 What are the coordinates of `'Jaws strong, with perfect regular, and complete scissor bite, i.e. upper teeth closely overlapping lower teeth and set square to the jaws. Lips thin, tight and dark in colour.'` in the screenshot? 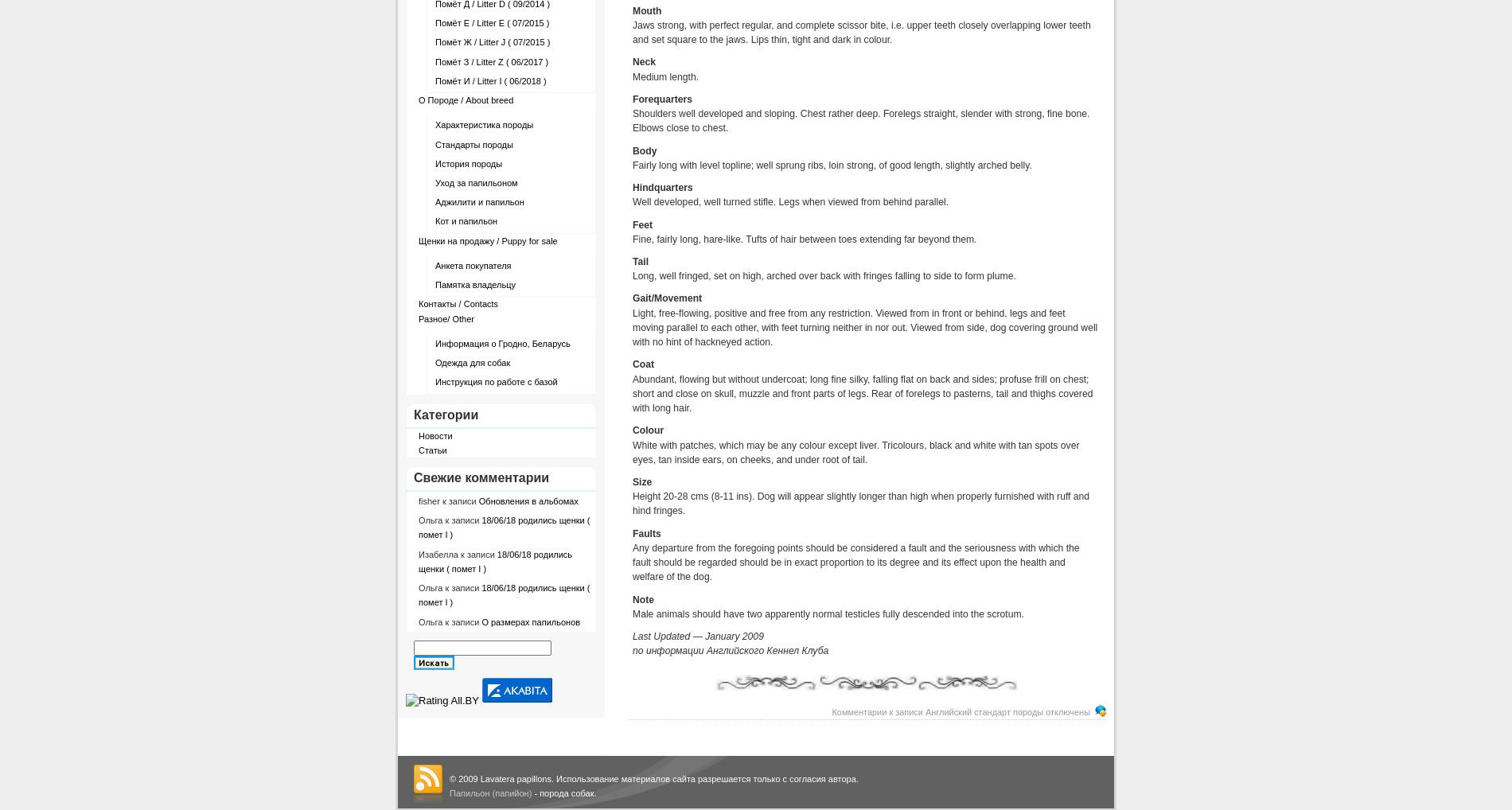 It's located at (861, 31).